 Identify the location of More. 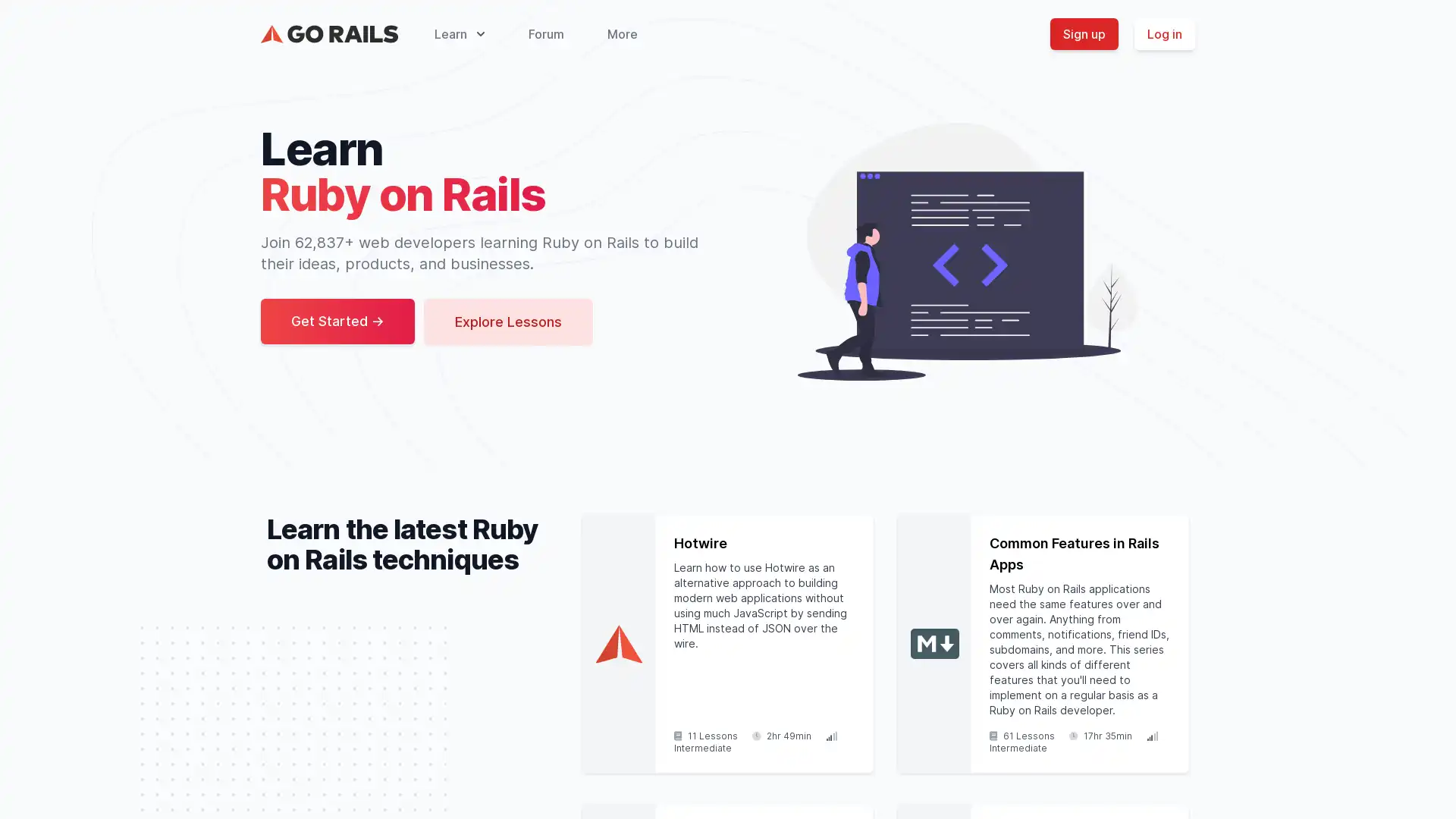
(622, 34).